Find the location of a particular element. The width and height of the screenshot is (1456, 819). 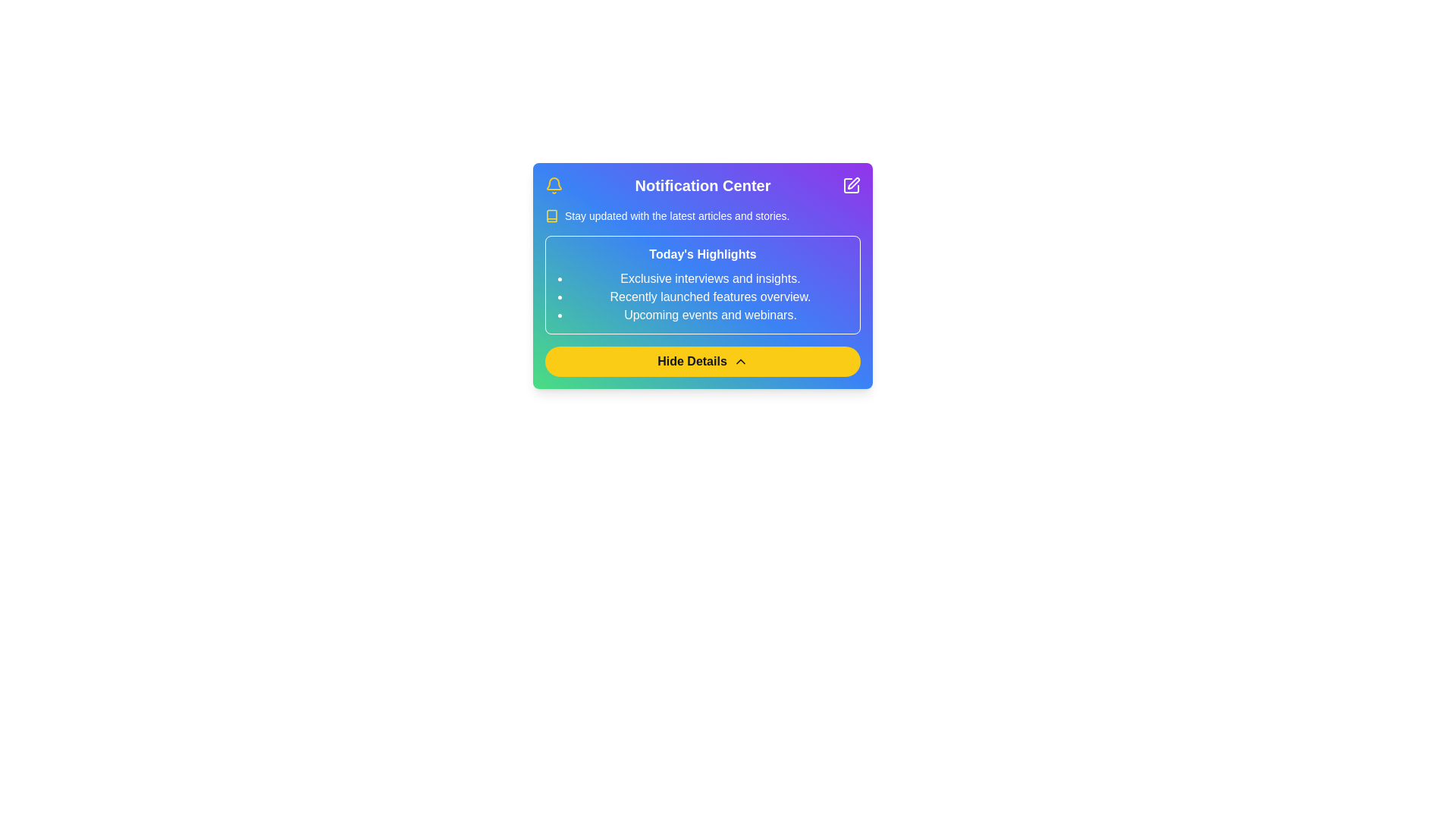

the notification icon located in the top-left corner of the 'Notification Center' card is located at coordinates (553, 185).